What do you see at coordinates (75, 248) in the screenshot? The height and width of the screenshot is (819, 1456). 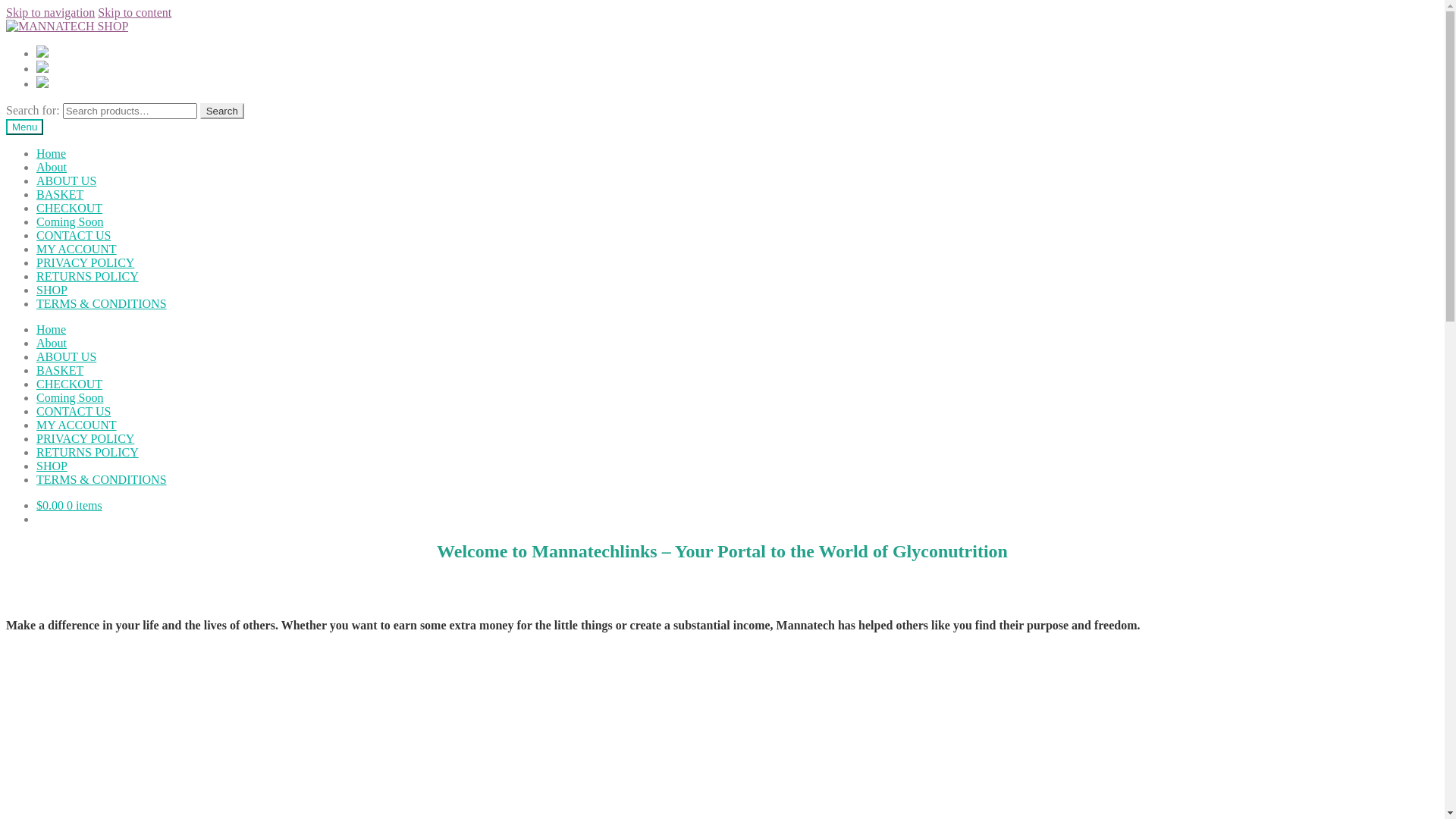 I see `'MY ACCOUNT'` at bounding box center [75, 248].